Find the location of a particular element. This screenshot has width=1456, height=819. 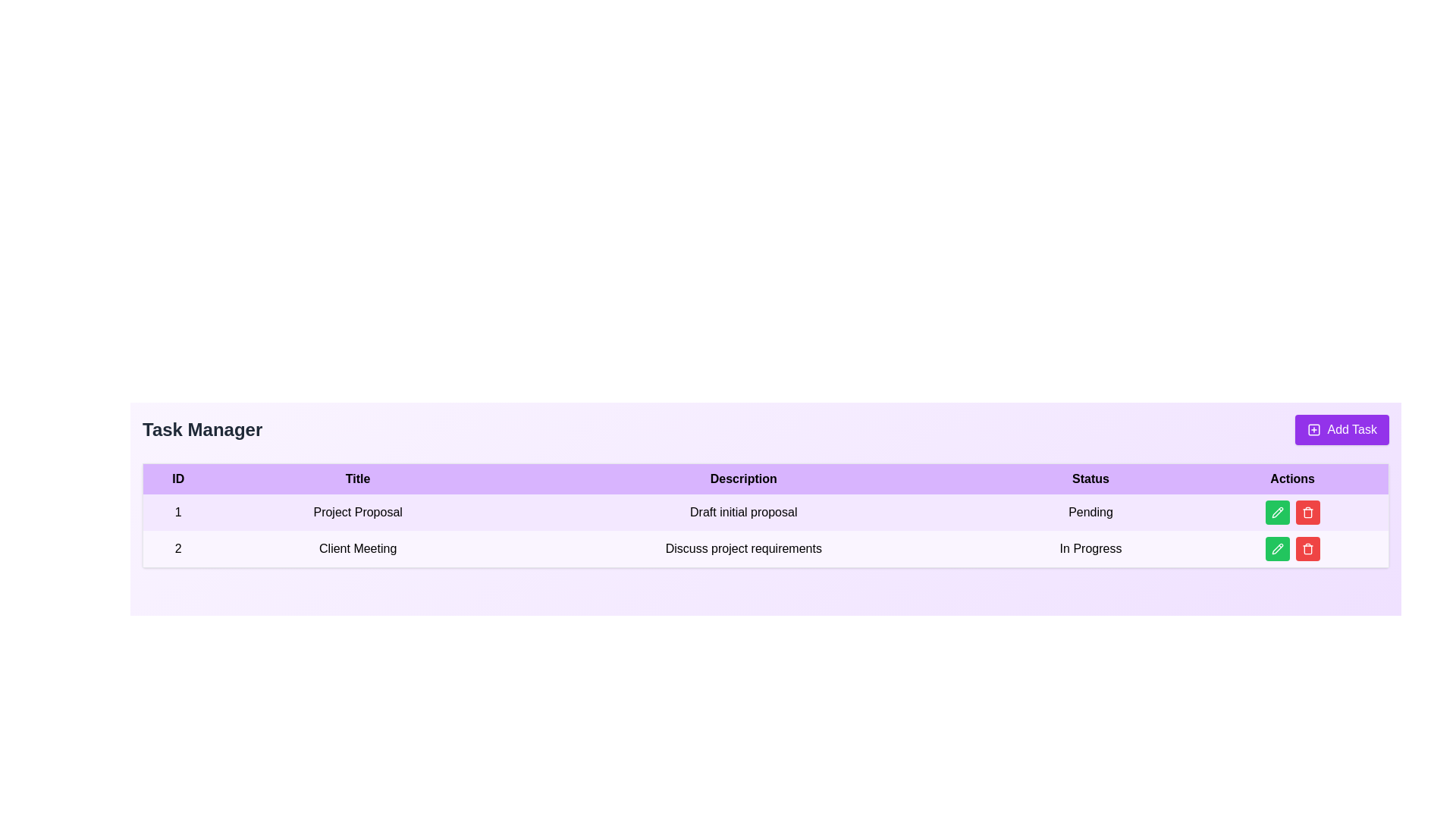

the pencil icon in the 'Actions' column of the second row to initiate editing of the 'Client Meeting' task is located at coordinates (1276, 512).